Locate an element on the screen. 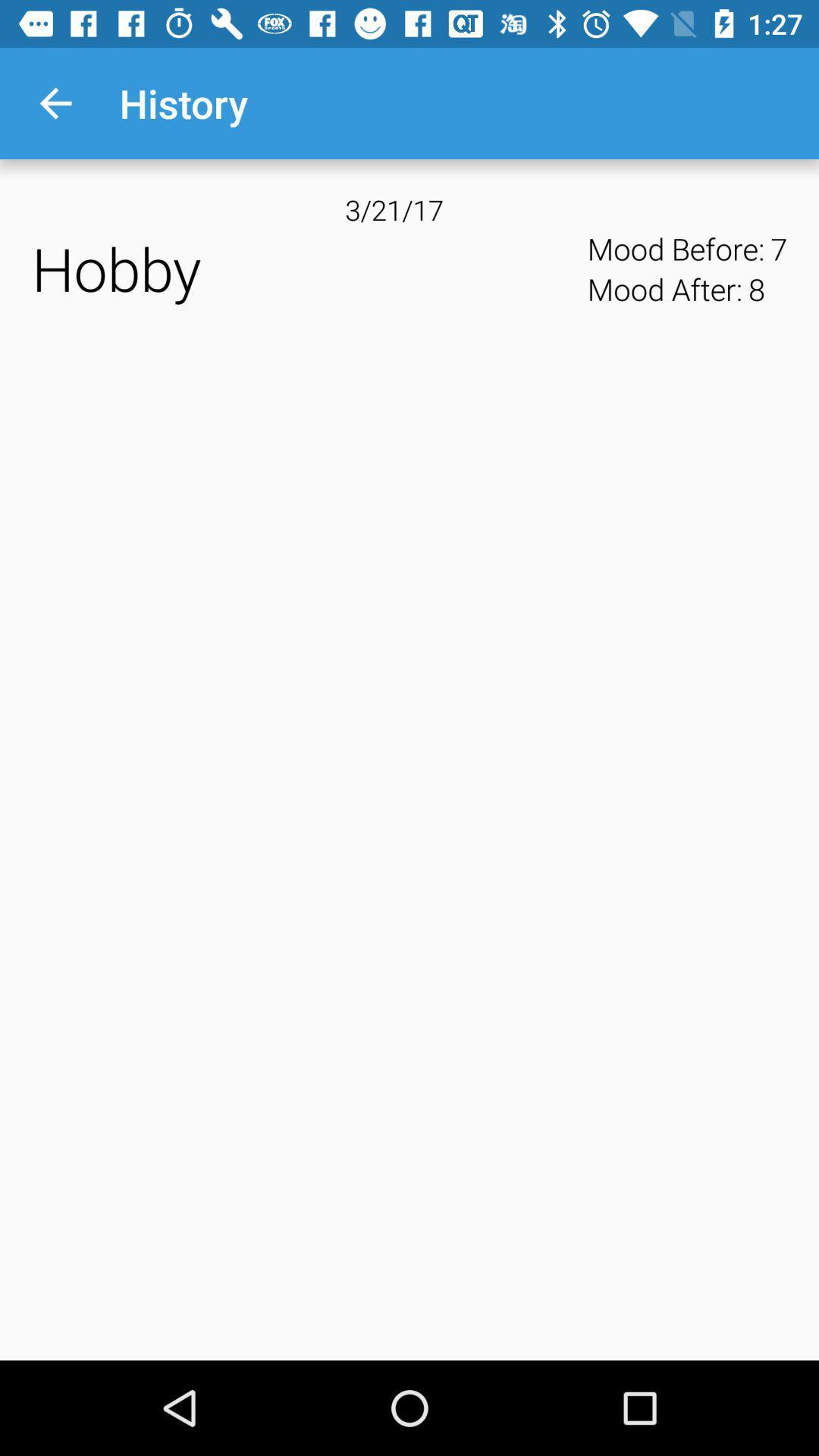  item below mood before: item is located at coordinates (756, 289).